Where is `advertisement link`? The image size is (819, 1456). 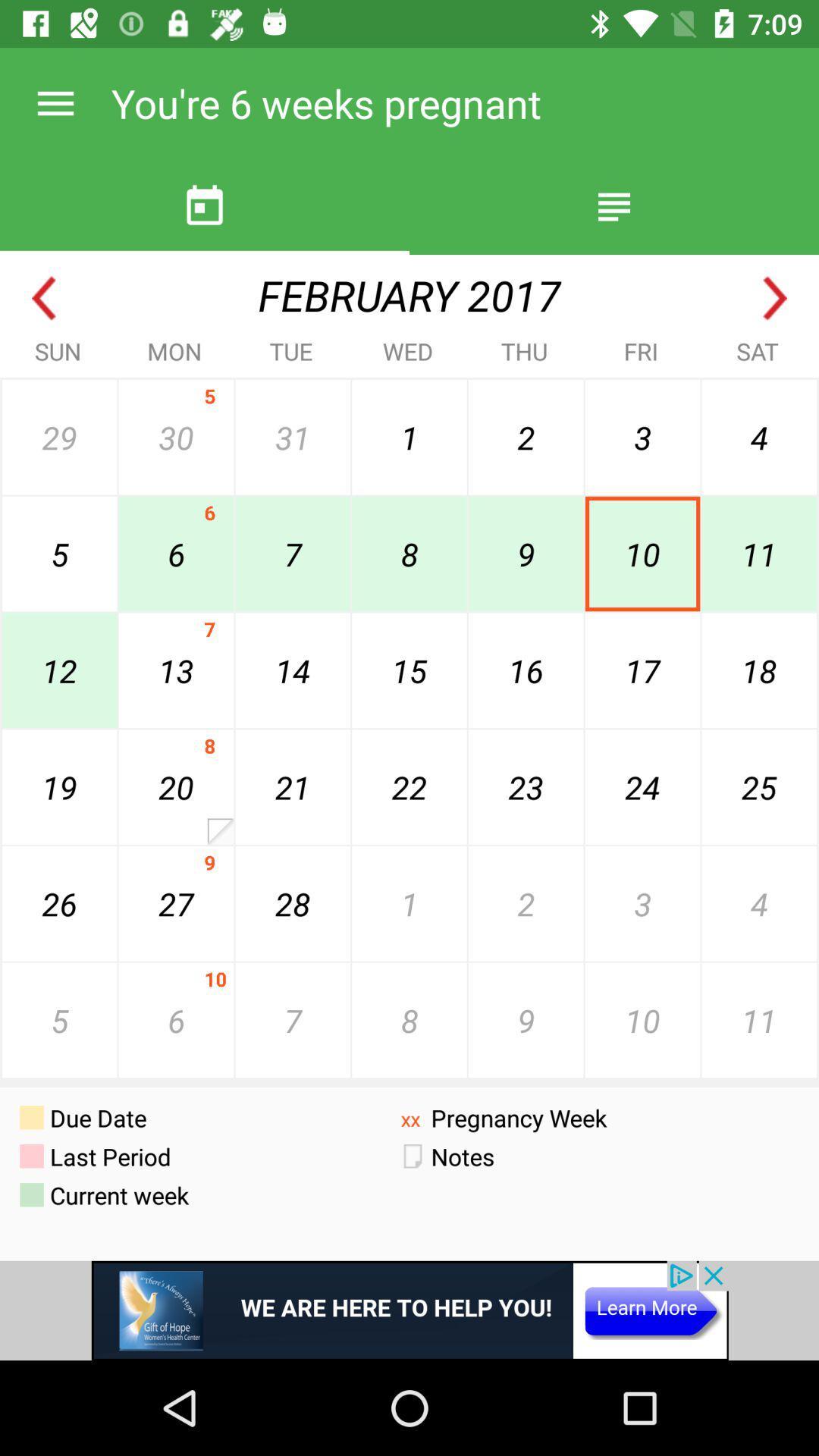
advertisement link is located at coordinates (409, 1310).